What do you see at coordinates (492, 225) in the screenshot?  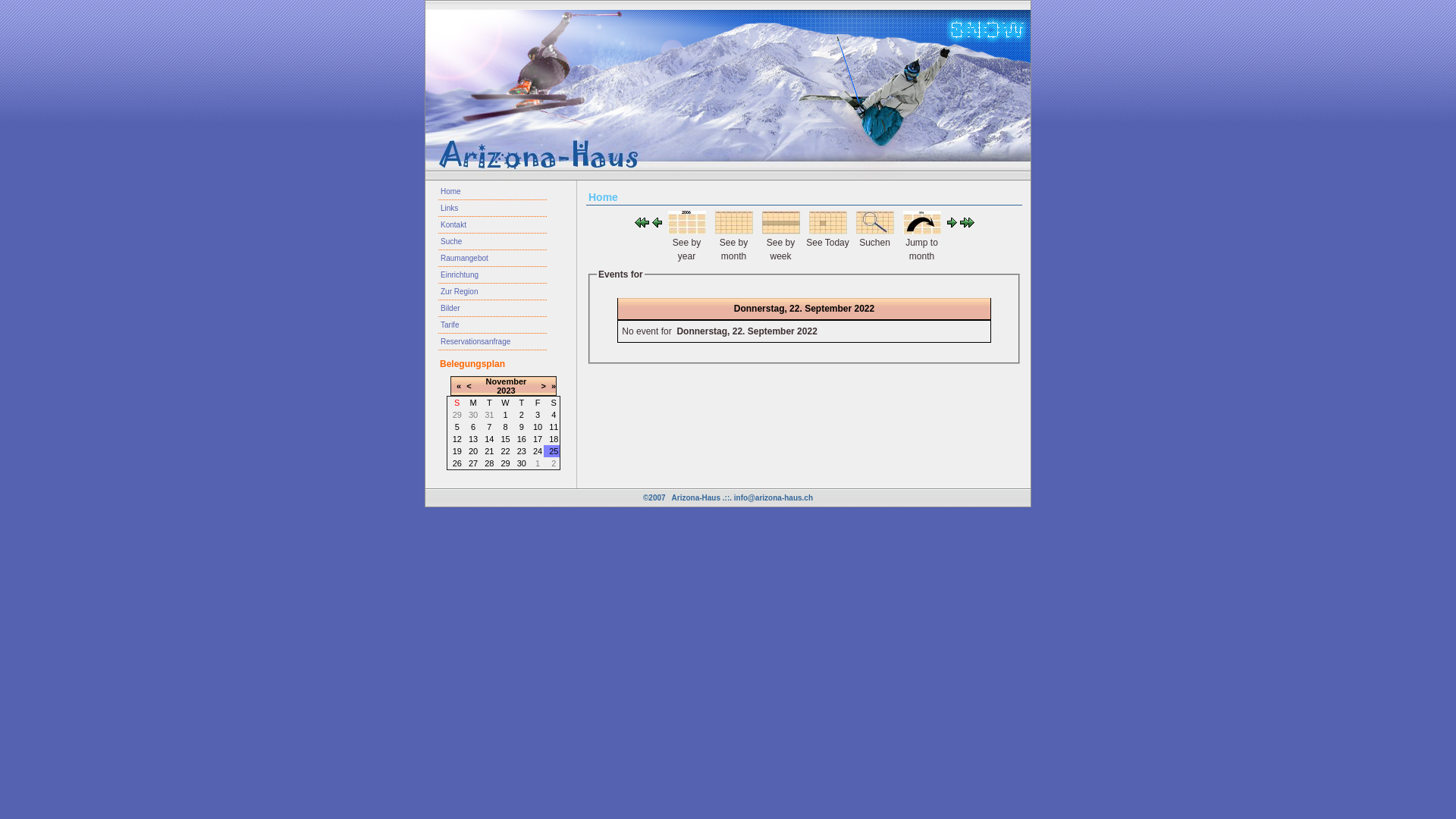 I see `'Kontakt'` at bounding box center [492, 225].